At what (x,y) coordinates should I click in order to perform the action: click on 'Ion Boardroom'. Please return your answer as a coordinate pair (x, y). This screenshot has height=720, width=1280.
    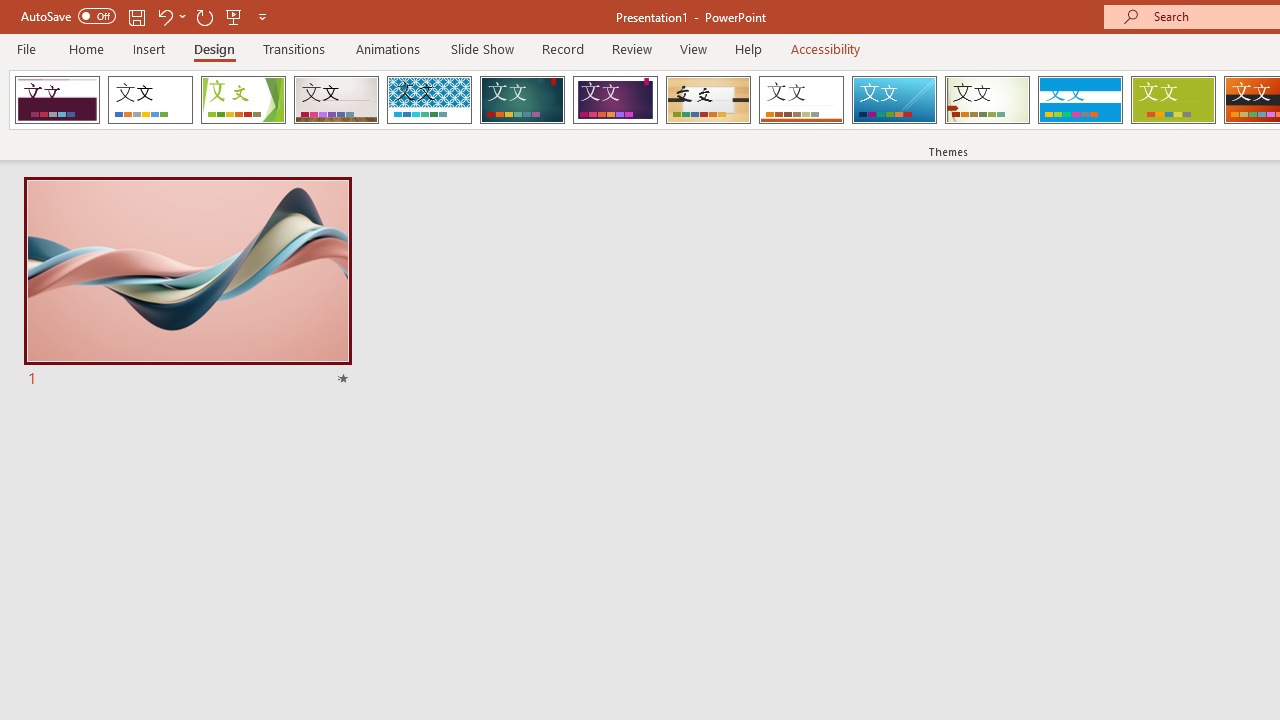
    Looking at the image, I should click on (614, 100).